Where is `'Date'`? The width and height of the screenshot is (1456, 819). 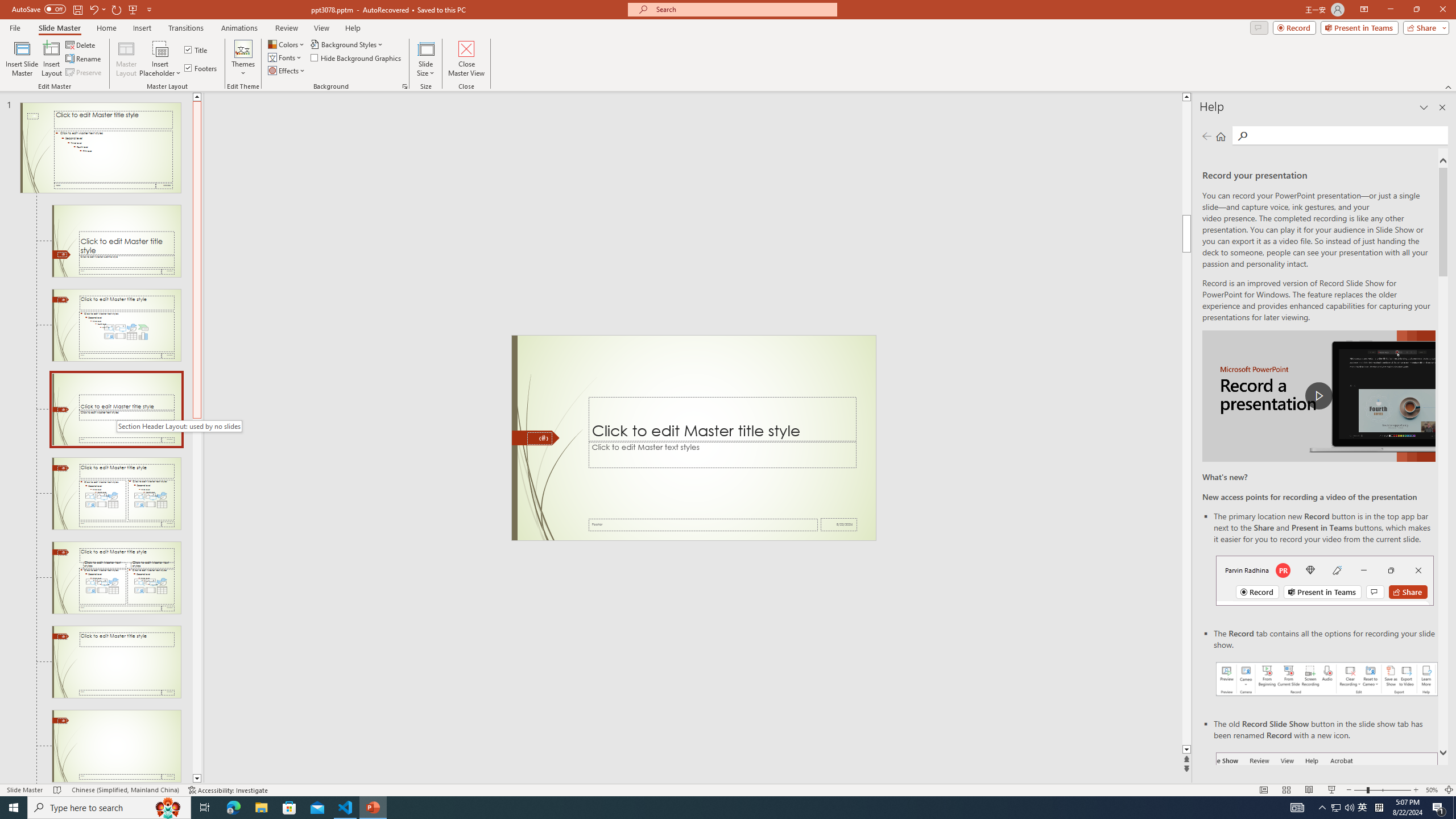
'Date' is located at coordinates (839, 524).